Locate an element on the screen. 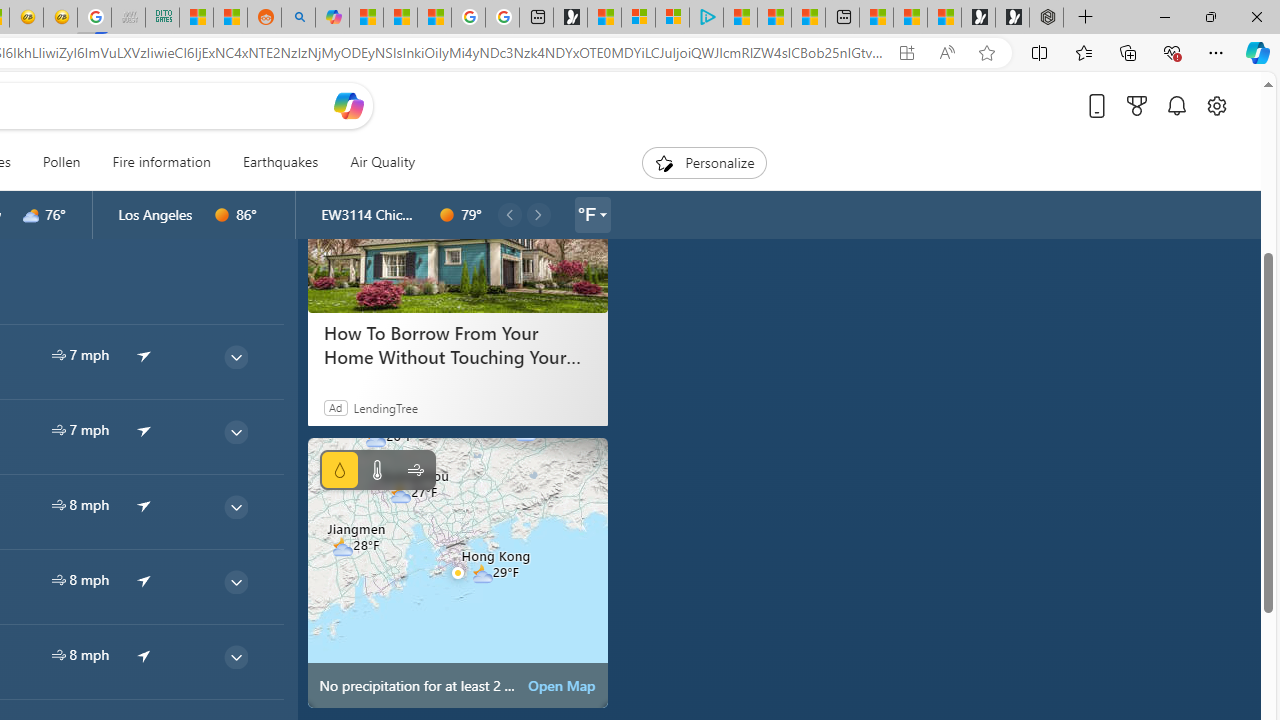 This screenshot has width=1280, height=720. 'Microsoft Copilot in Bing' is located at coordinates (332, 17).